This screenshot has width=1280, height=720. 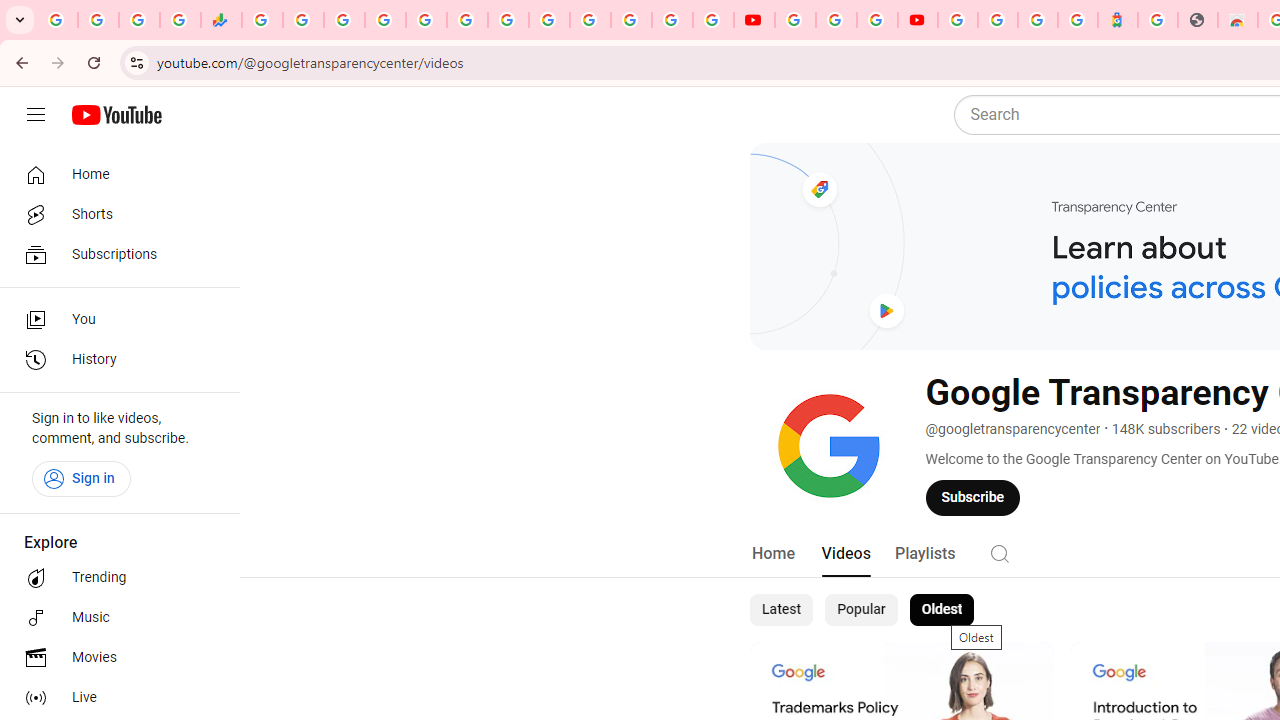 What do you see at coordinates (999, 553) in the screenshot?
I see `'Search'` at bounding box center [999, 553].